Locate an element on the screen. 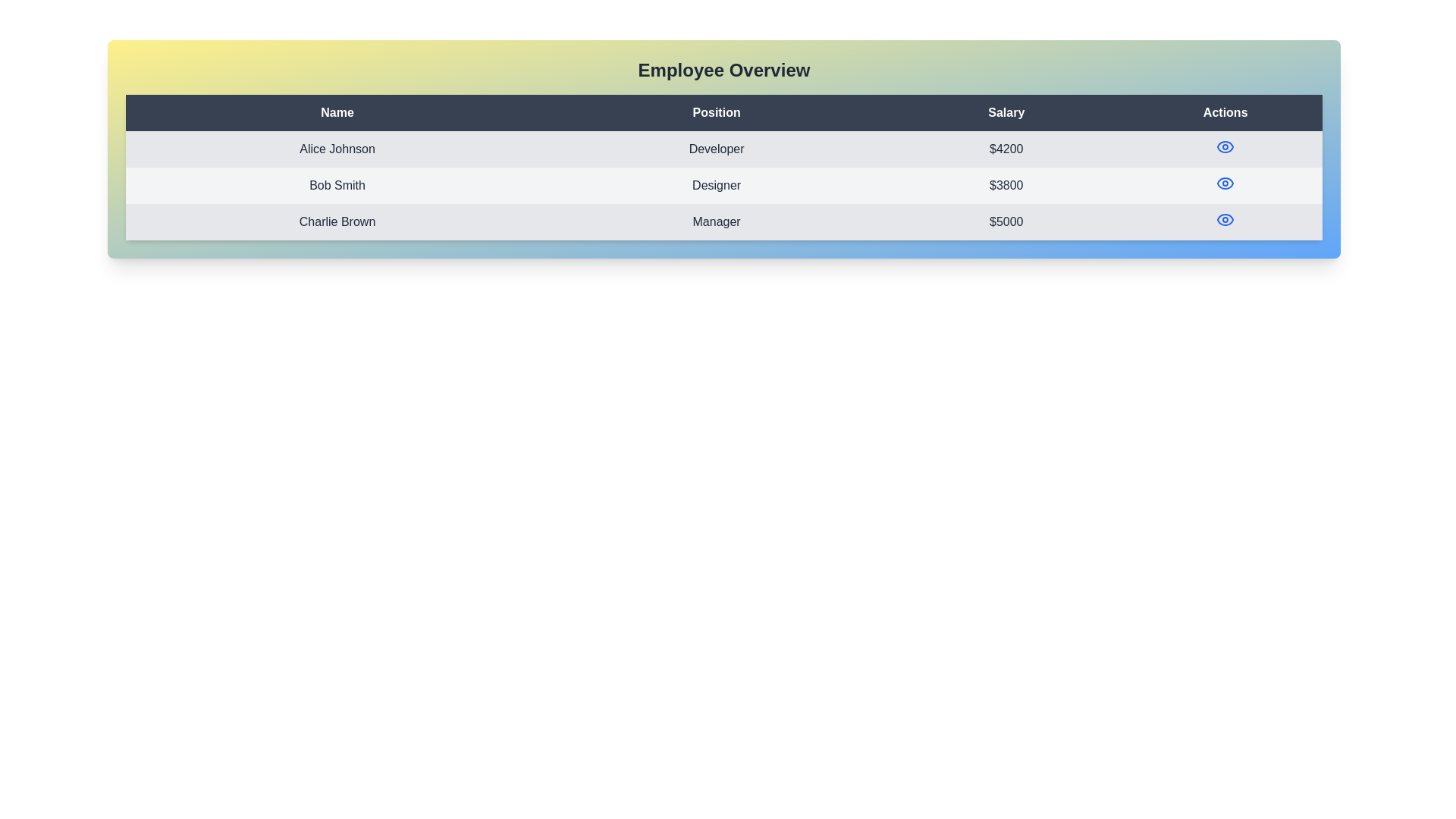 This screenshot has width=1456, height=819. the 'Name' text label in the table header, which is displayed in white color with bold styling on a dark gray background, located in the top-left corner of the header row is located at coordinates (337, 112).